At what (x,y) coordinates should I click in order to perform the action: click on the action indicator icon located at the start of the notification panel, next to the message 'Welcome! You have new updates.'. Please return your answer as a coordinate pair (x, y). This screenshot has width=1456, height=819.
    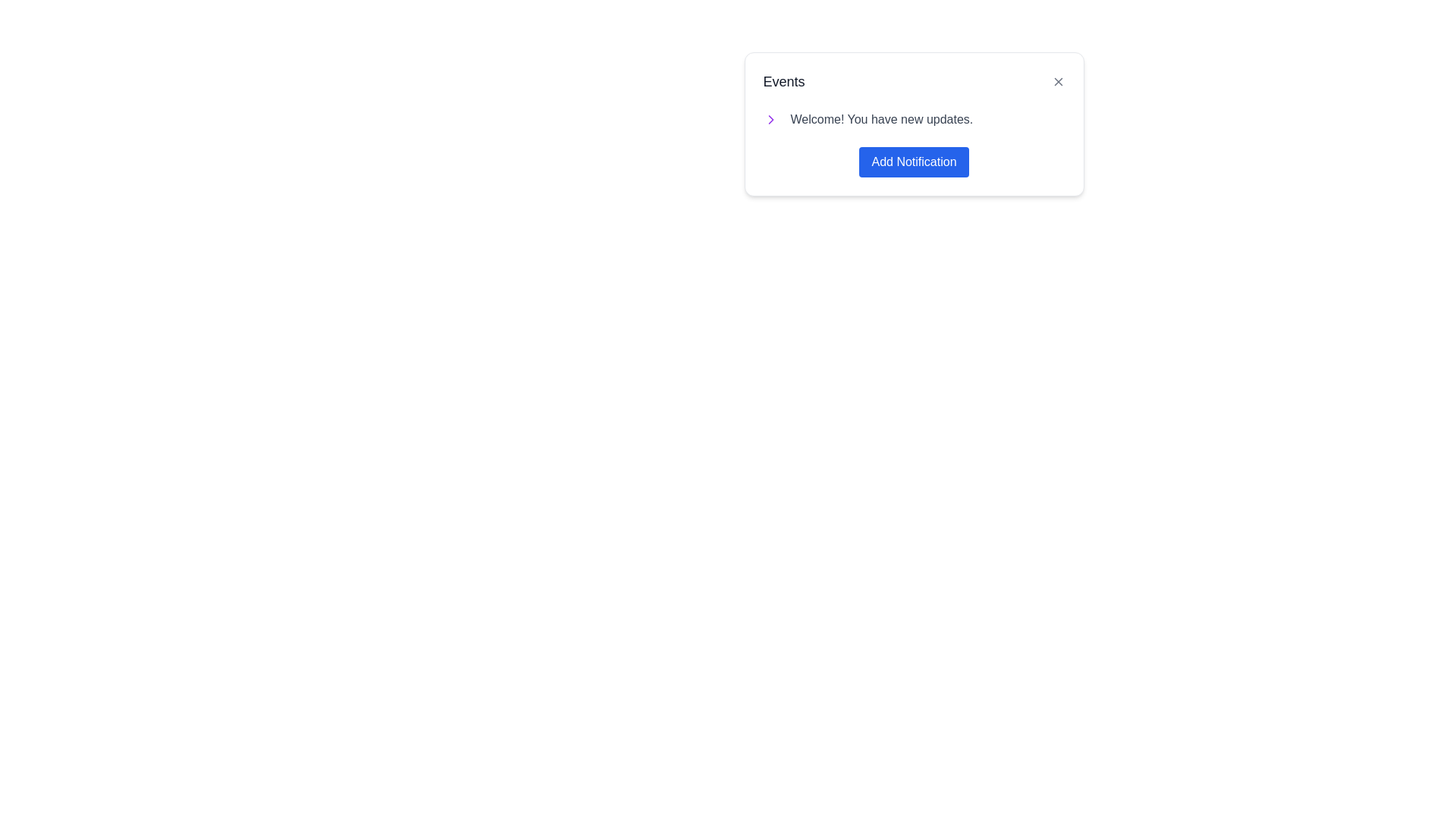
    Looking at the image, I should click on (770, 119).